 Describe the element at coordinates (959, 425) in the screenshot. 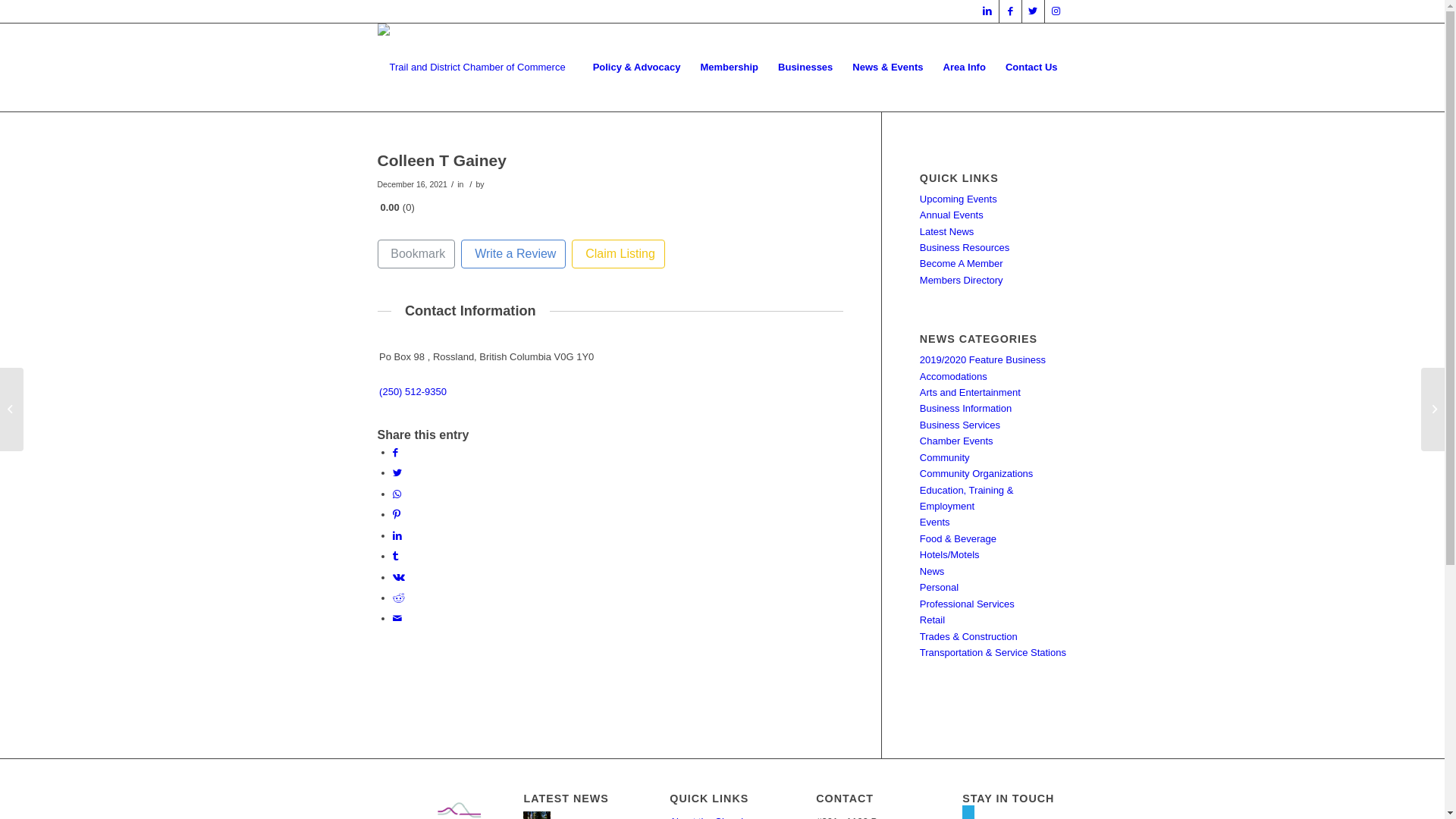

I see `'Business Services'` at that location.